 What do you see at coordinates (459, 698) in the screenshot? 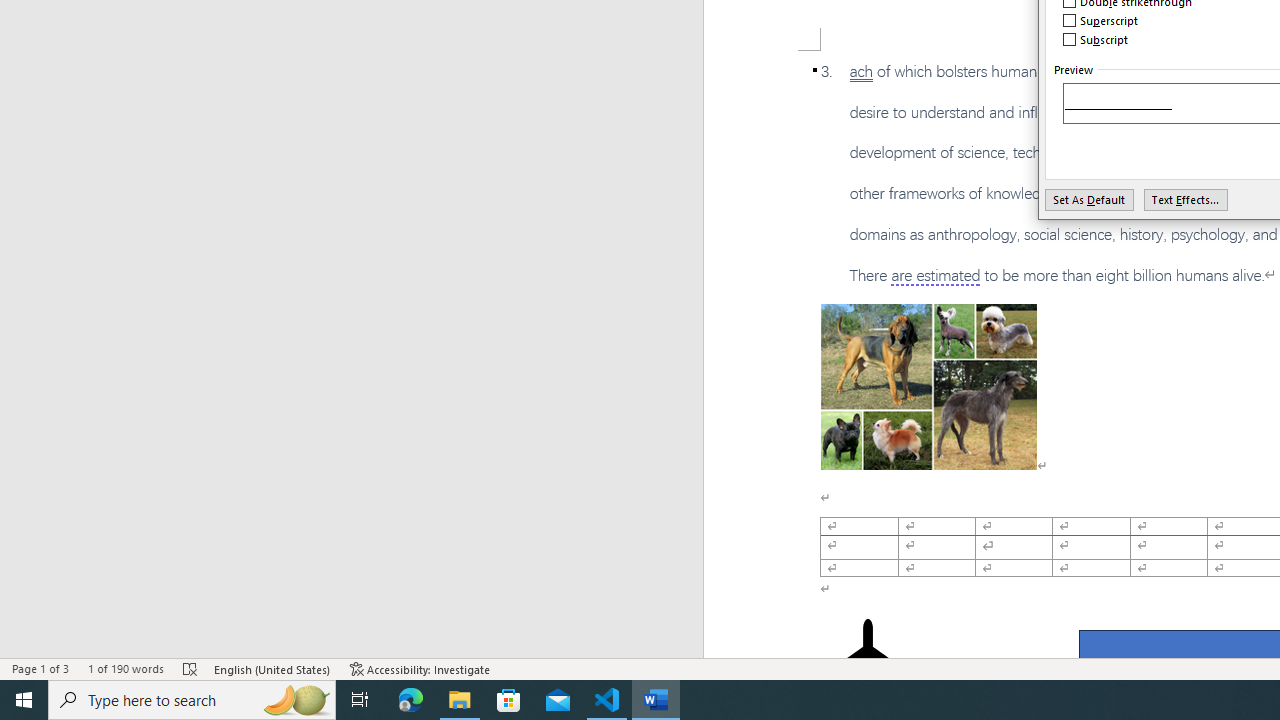
I see `'File Explorer - 1 running window'` at bounding box center [459, 698].